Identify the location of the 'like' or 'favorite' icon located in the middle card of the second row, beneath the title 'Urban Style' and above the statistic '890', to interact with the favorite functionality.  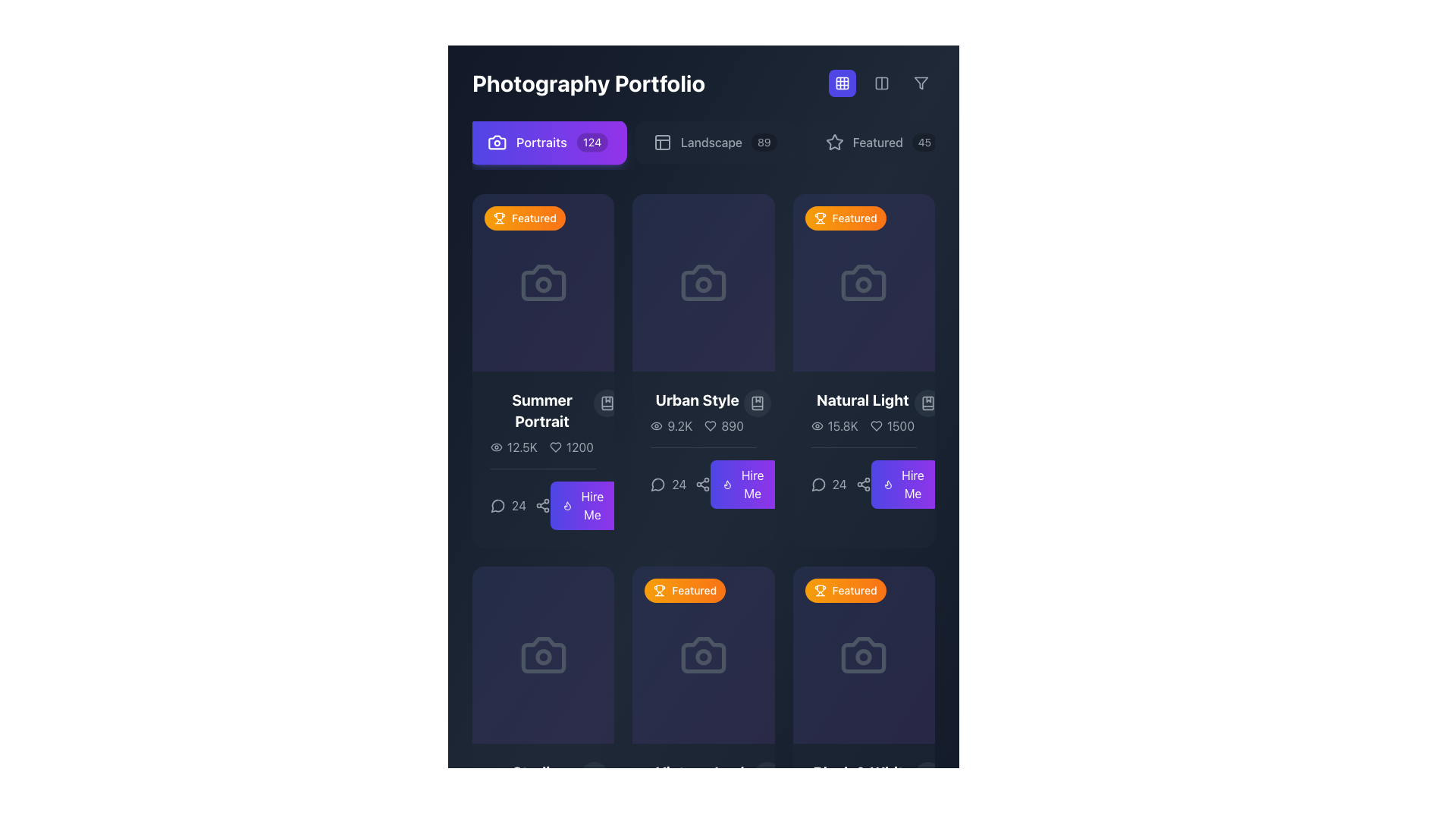
(710, 426).